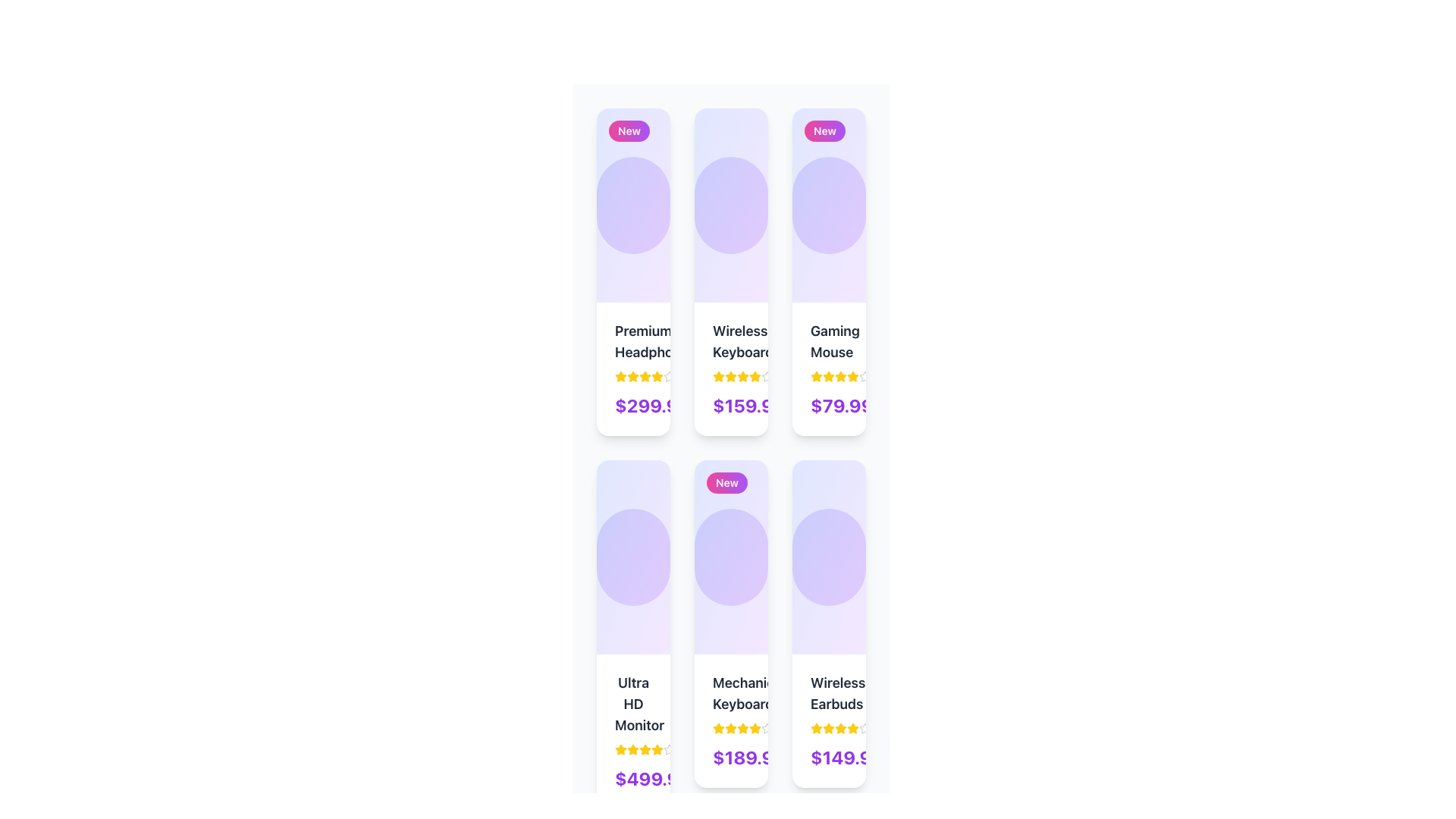 Image resolution: width=1456 pixels, height=819 pixels. What do you see at coordinates (828, 720) in the screenshot?
I see `the stars in the Product Information Block located in the bottom right of the layout` at bounding box center [828, 720].